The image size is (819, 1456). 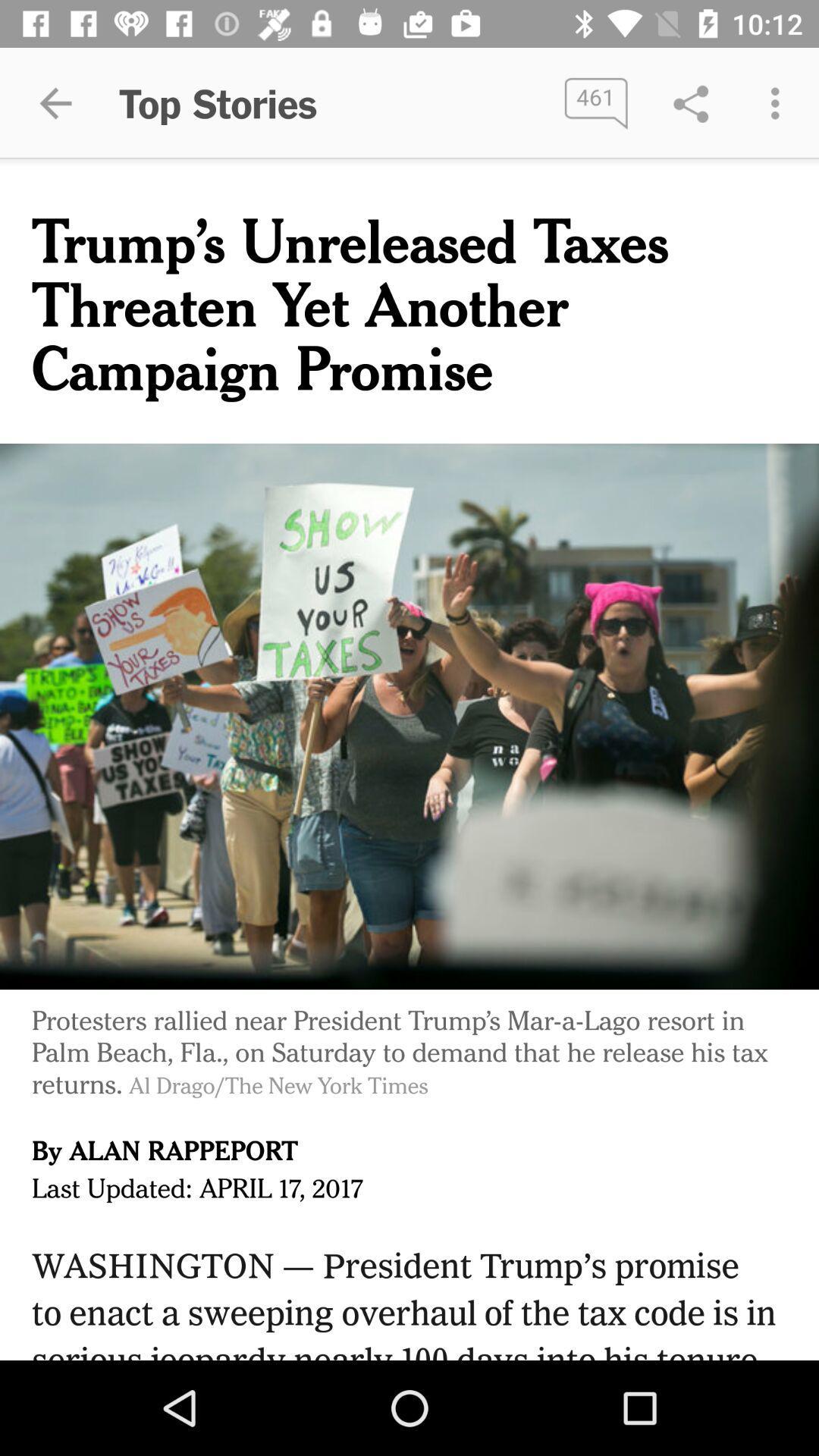 What do you see at coordinates (595, 102) in the screenshot?
I see `the app to the right of the top stories` at bounding box center [595, 102].